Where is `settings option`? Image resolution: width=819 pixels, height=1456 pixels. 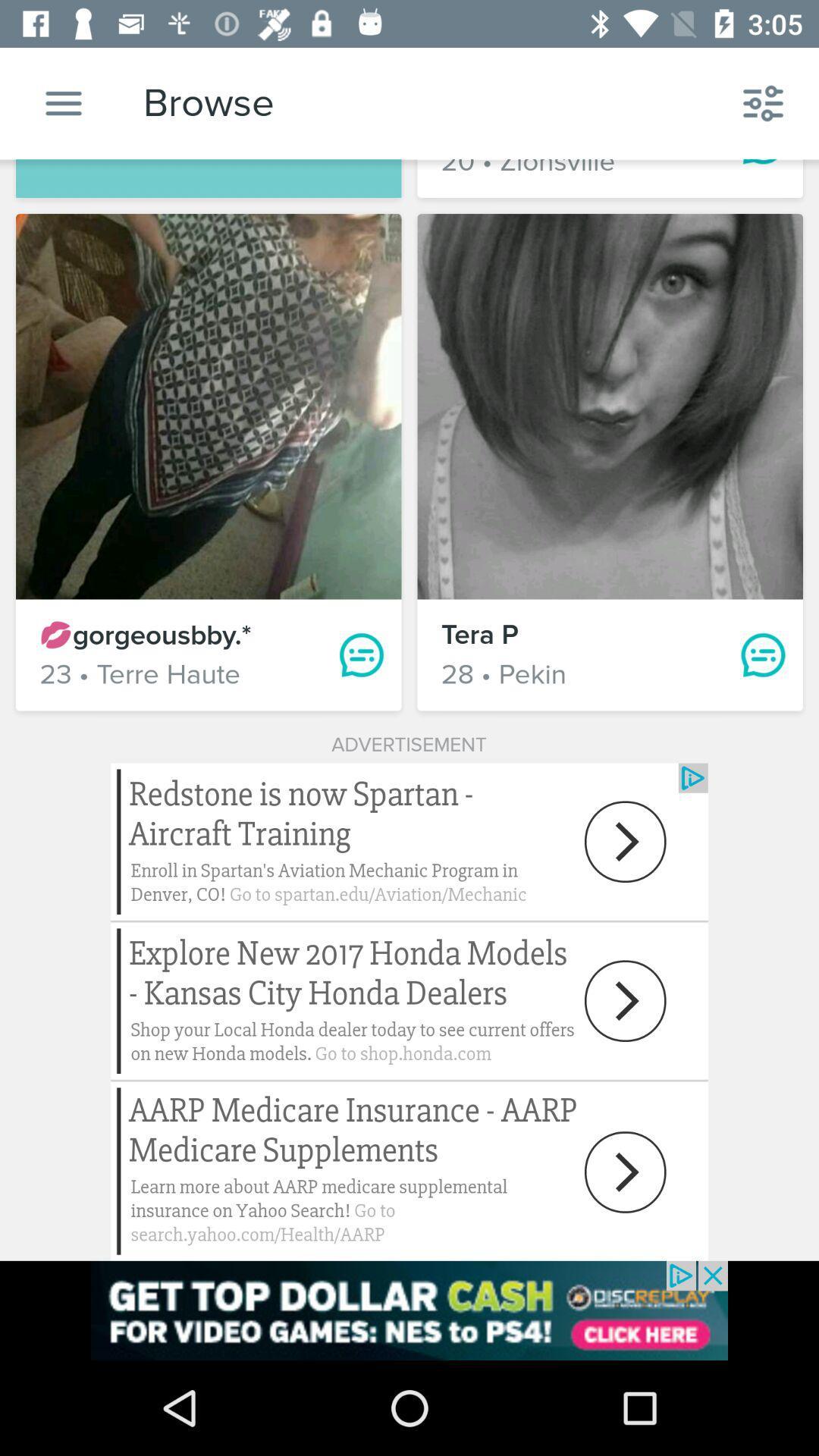
settings option is located at coordinates (63, 102).